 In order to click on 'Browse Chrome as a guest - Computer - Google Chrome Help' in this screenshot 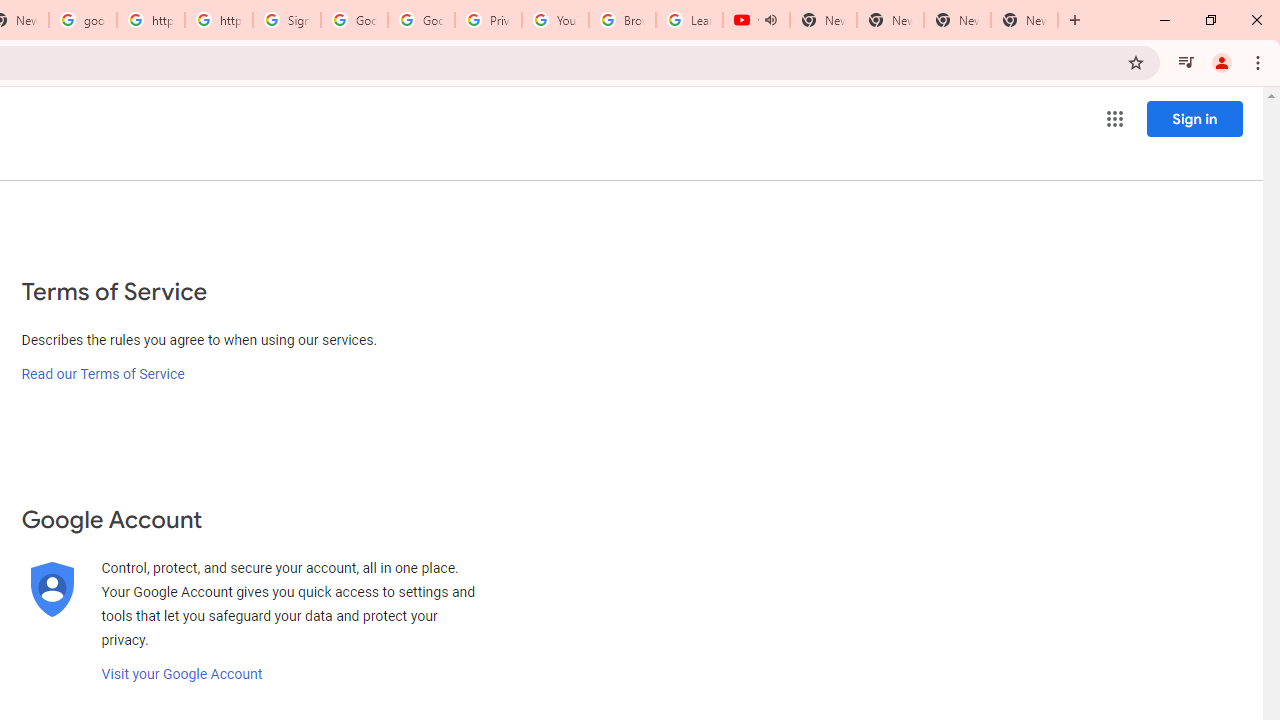, I will do `click(621, 20)`.